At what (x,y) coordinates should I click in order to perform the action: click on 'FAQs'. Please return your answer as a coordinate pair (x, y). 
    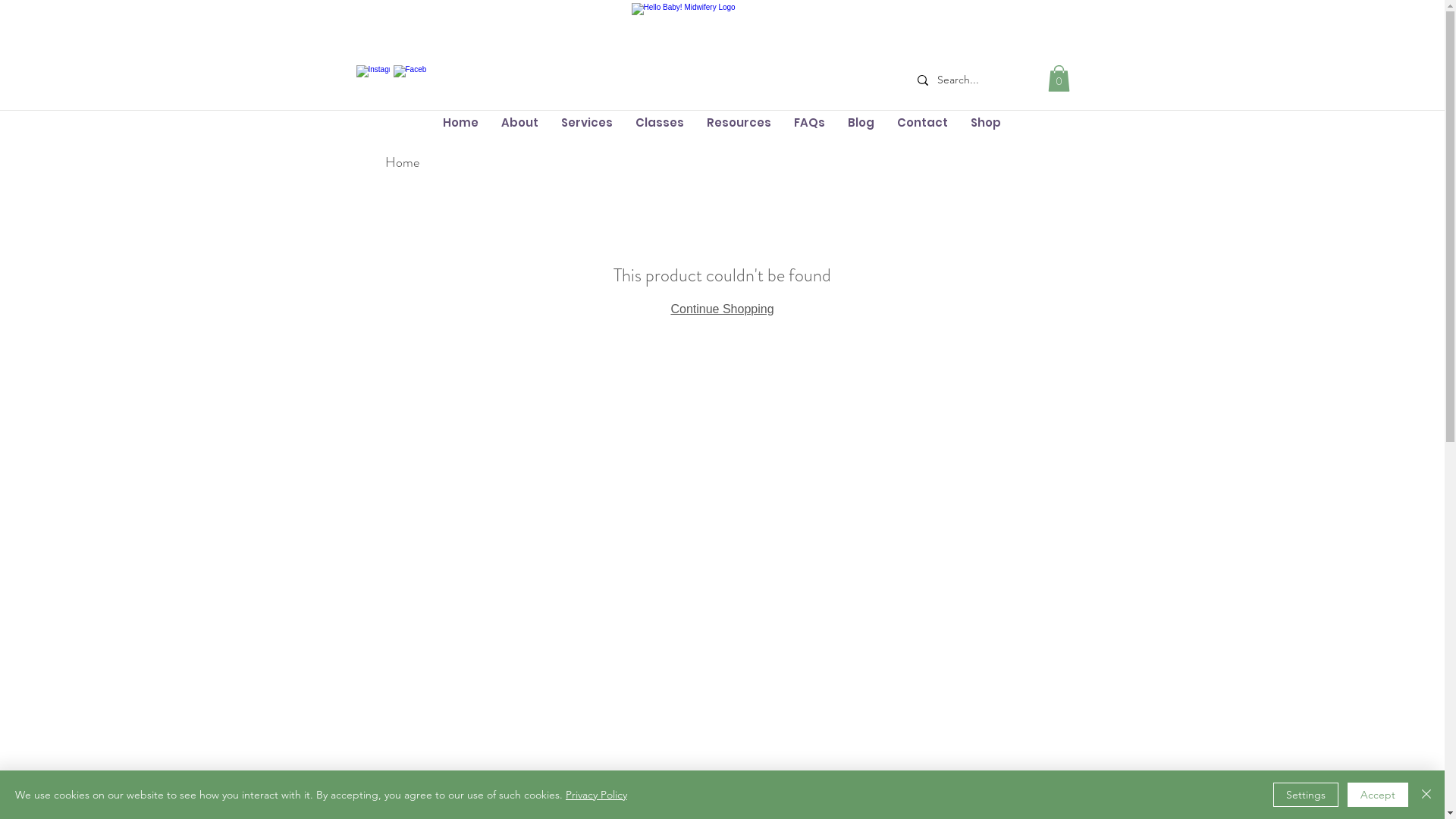
    Looking at the image, I should click on (808, 121).